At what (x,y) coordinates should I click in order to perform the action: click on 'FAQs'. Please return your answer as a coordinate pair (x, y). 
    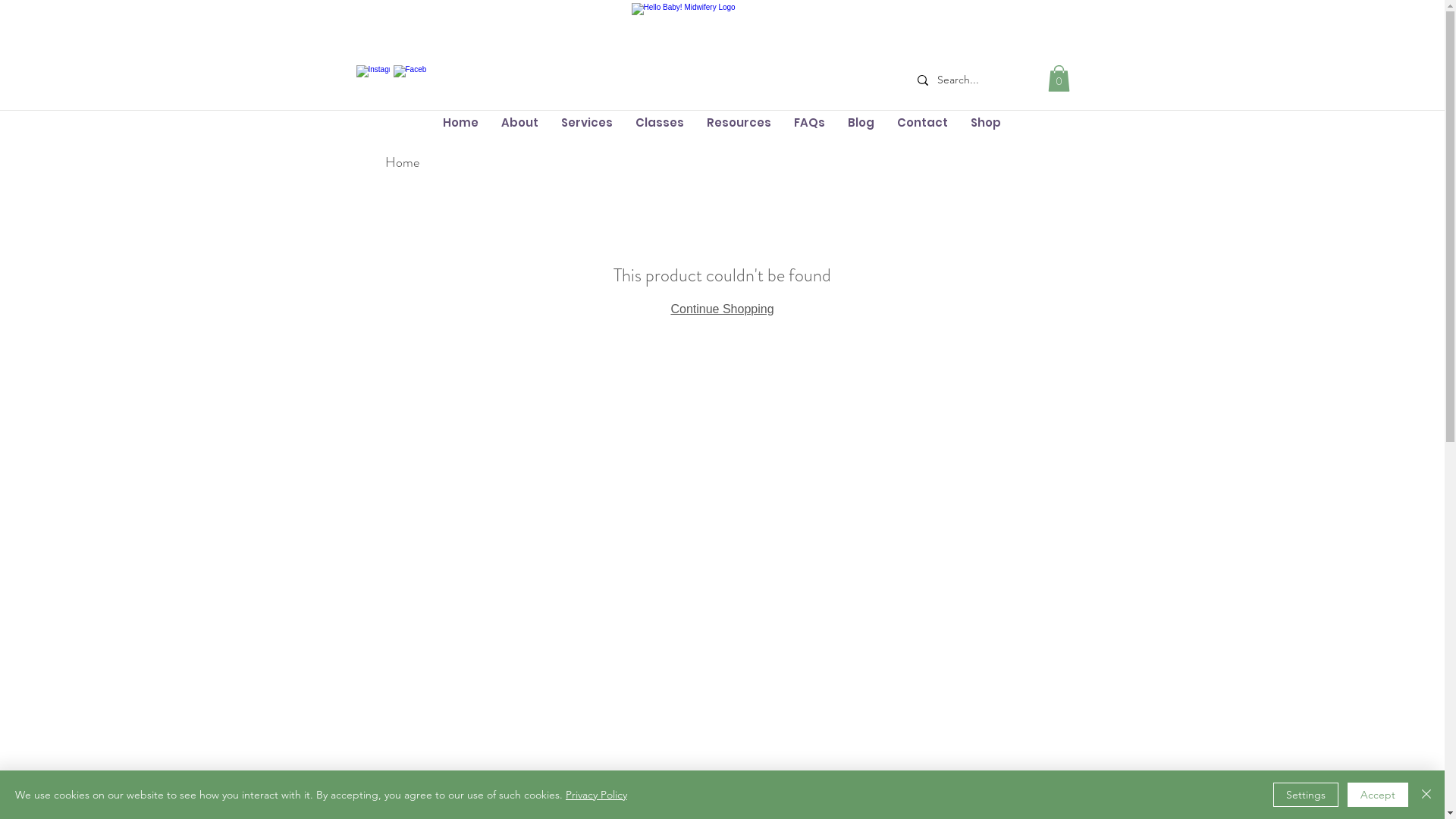
    Looking at the image, I should click on (808, 121).